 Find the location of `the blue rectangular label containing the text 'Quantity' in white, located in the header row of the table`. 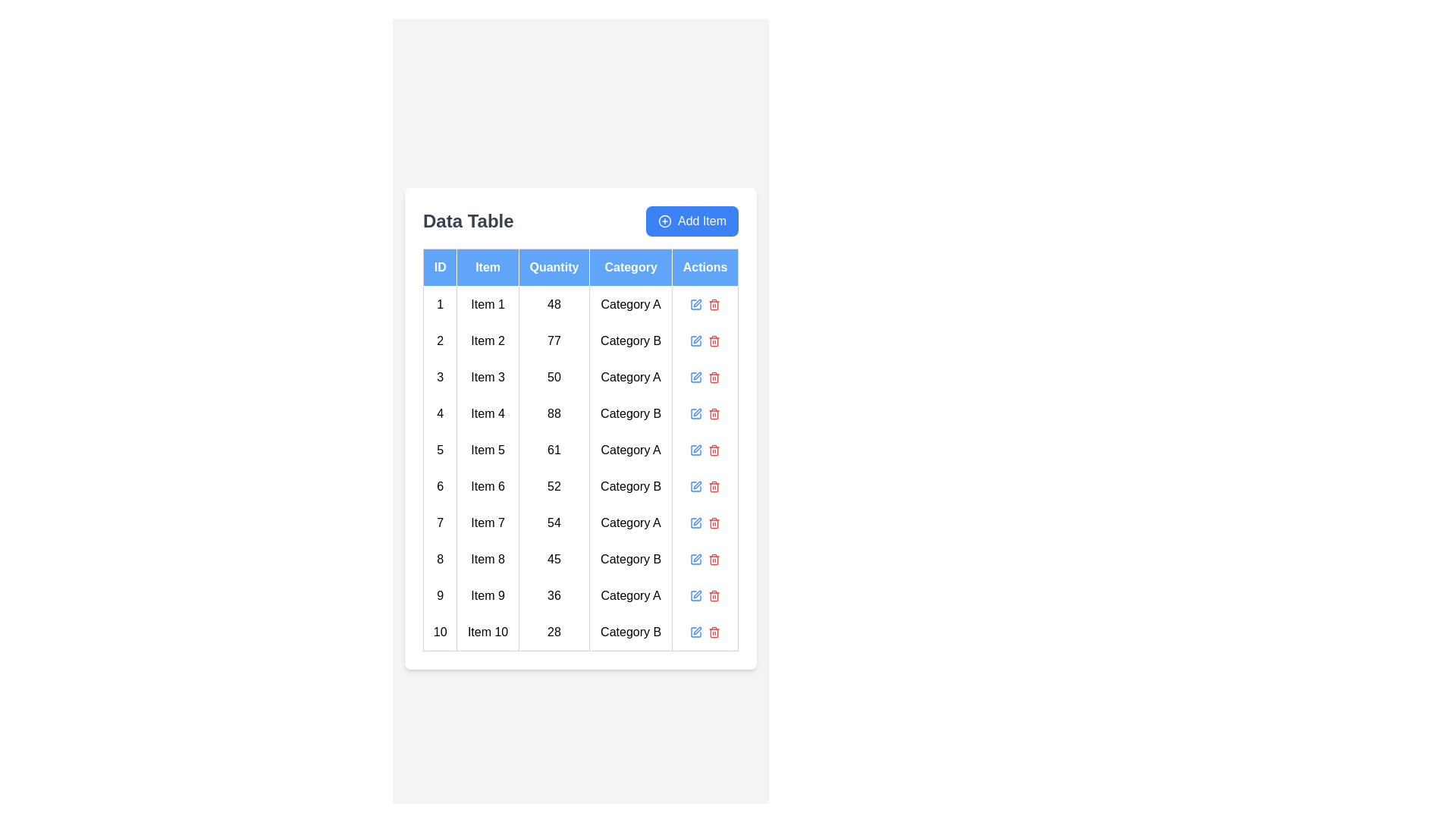

the blue rectangular label containing the text 'Quantity' in white, located in the header row of the table is located at coordinates (553, 266).